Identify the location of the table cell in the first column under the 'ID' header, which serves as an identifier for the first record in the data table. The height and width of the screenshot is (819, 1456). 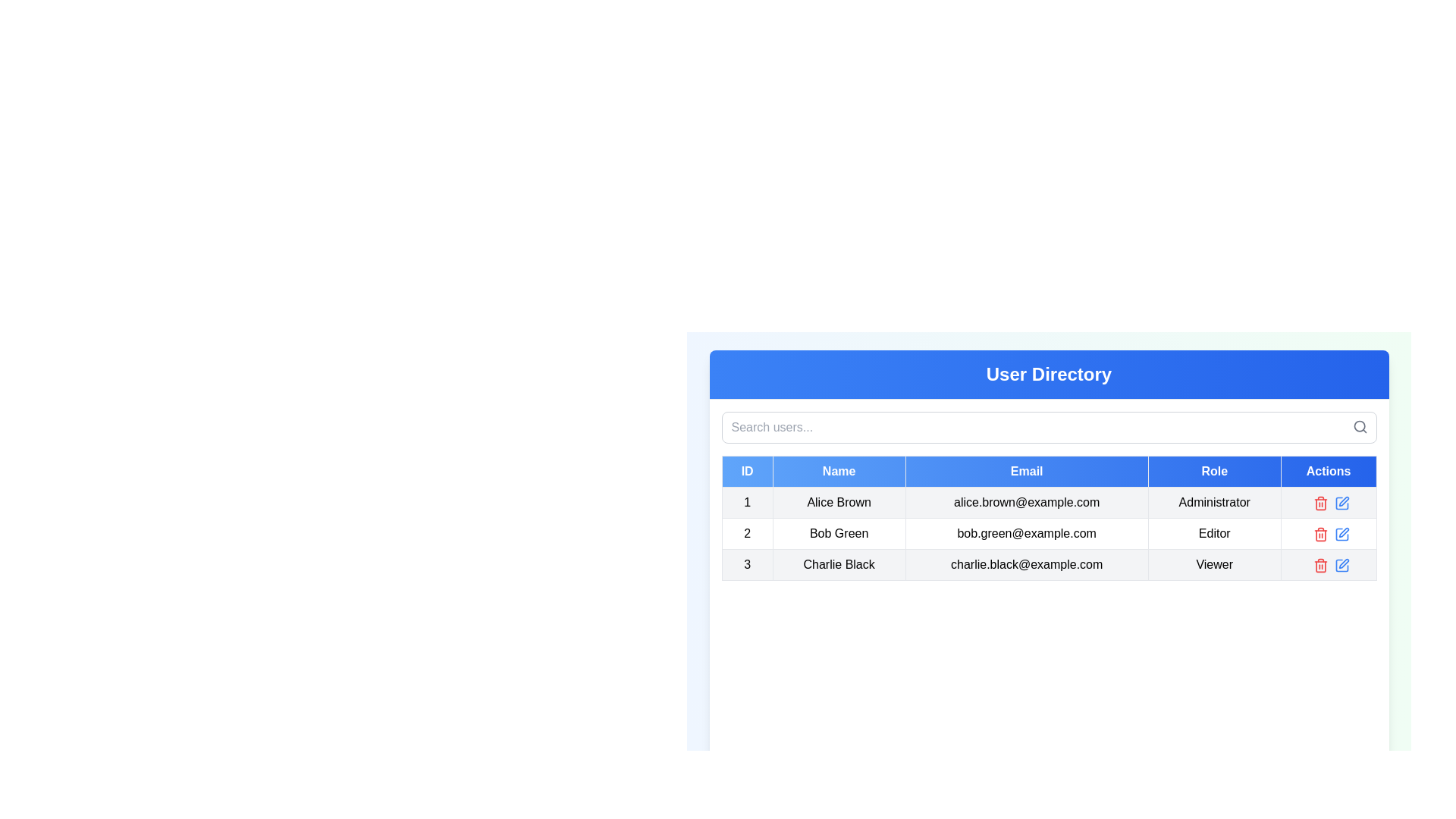
(747, 503).